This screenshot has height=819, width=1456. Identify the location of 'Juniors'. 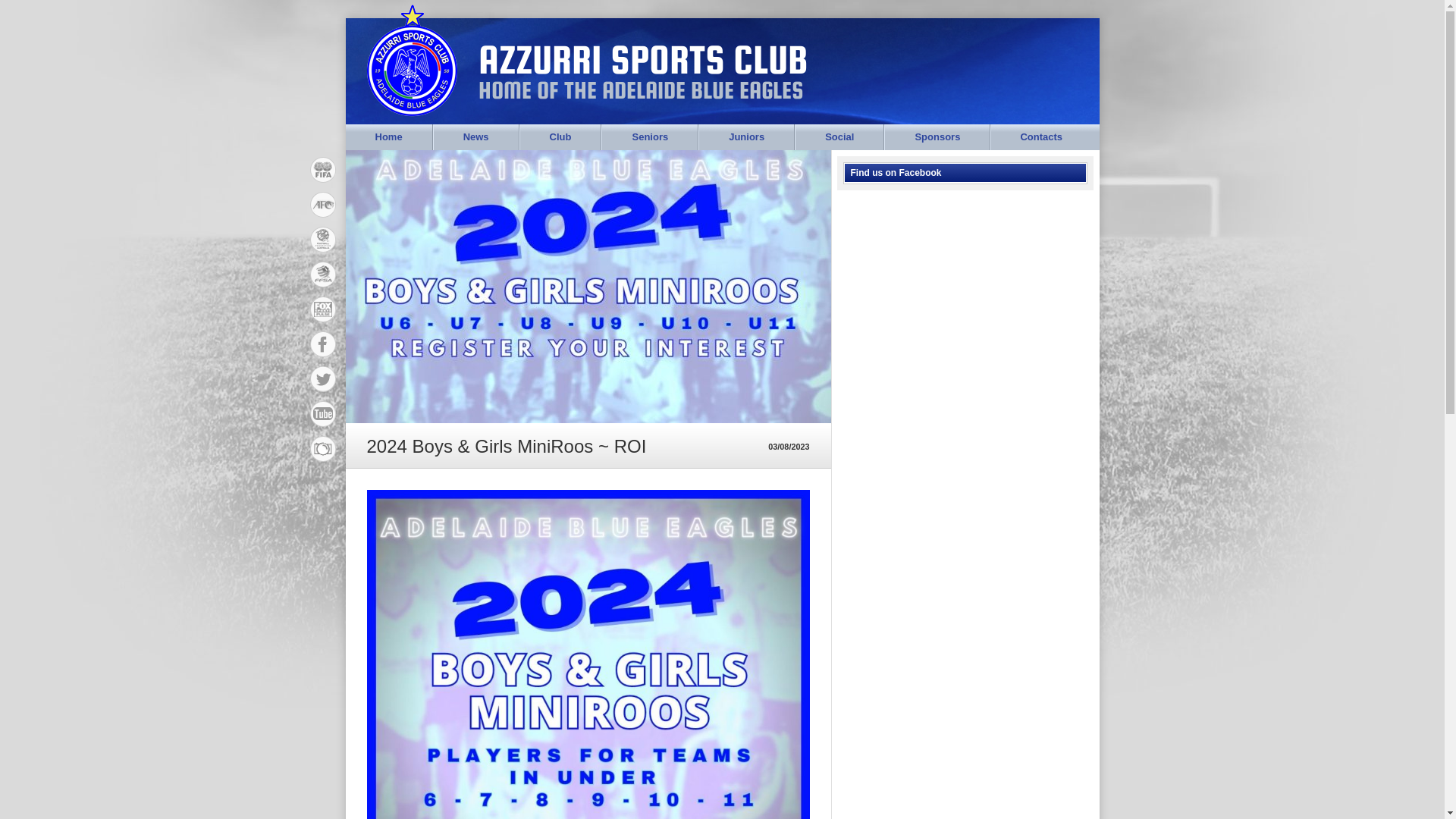
(698, 137).